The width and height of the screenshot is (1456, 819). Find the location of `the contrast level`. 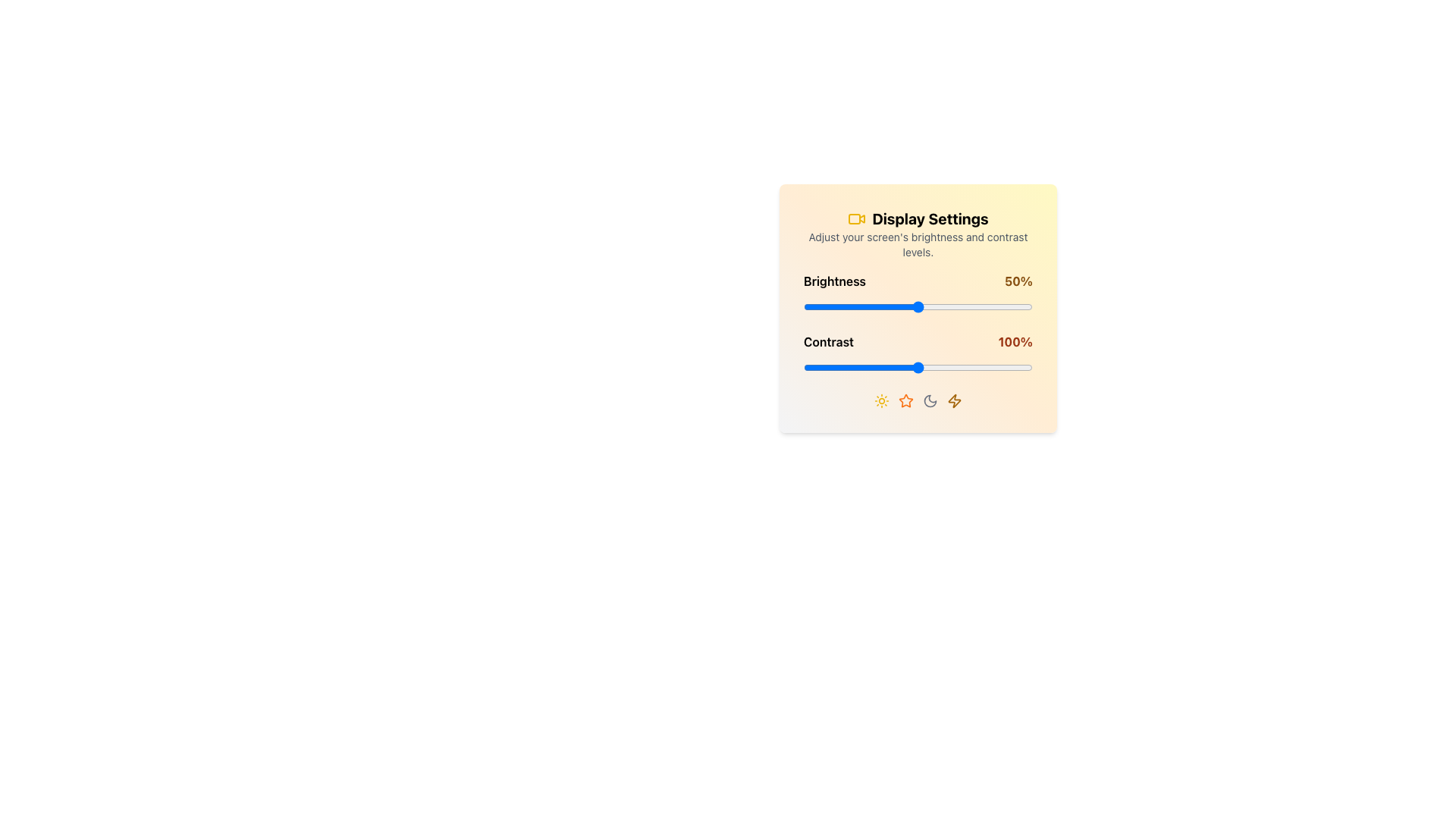

the contrast level is located at coordinates (912, 368).